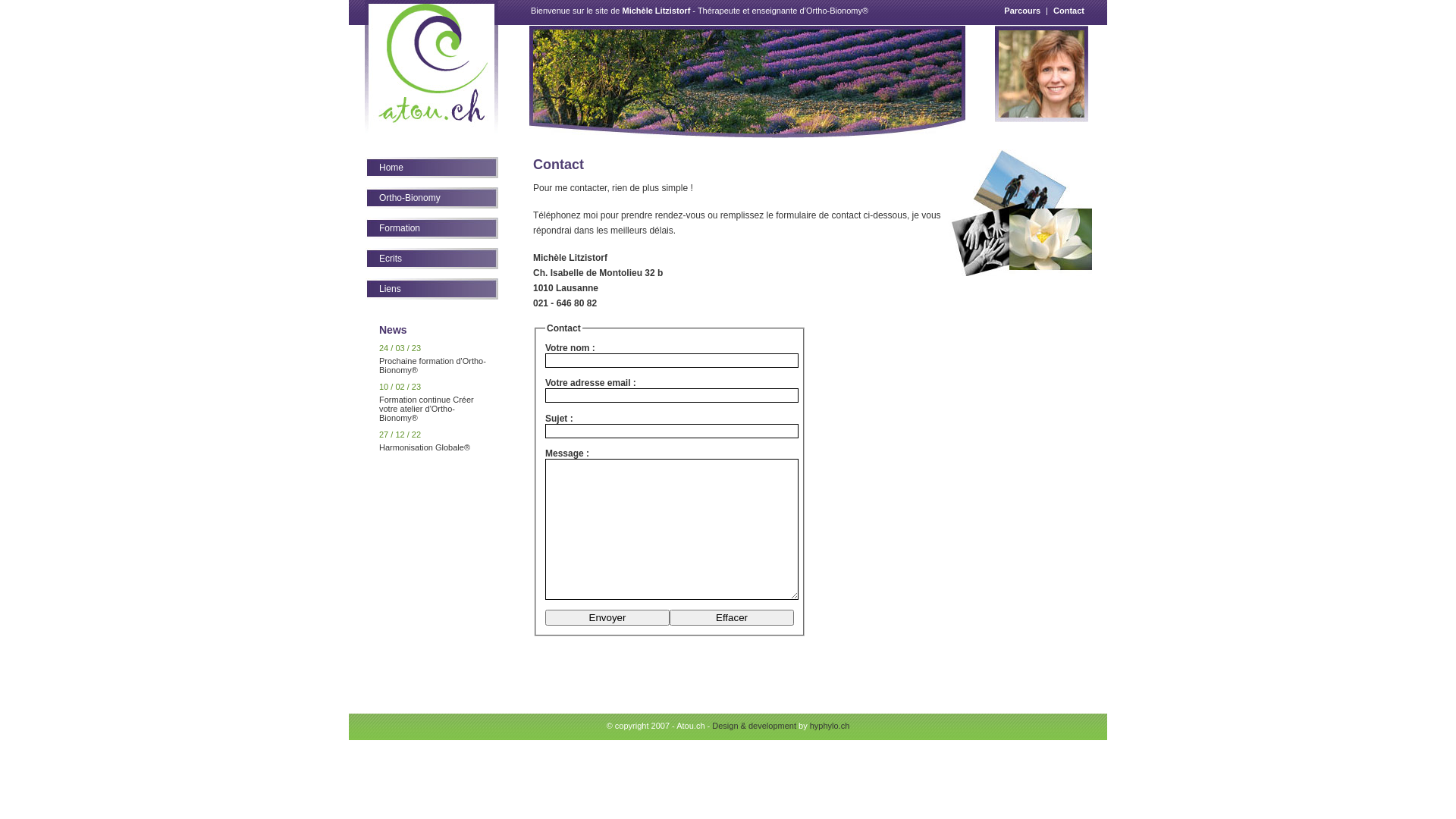  I want to click on 'Ecrits', so click(431, 257).